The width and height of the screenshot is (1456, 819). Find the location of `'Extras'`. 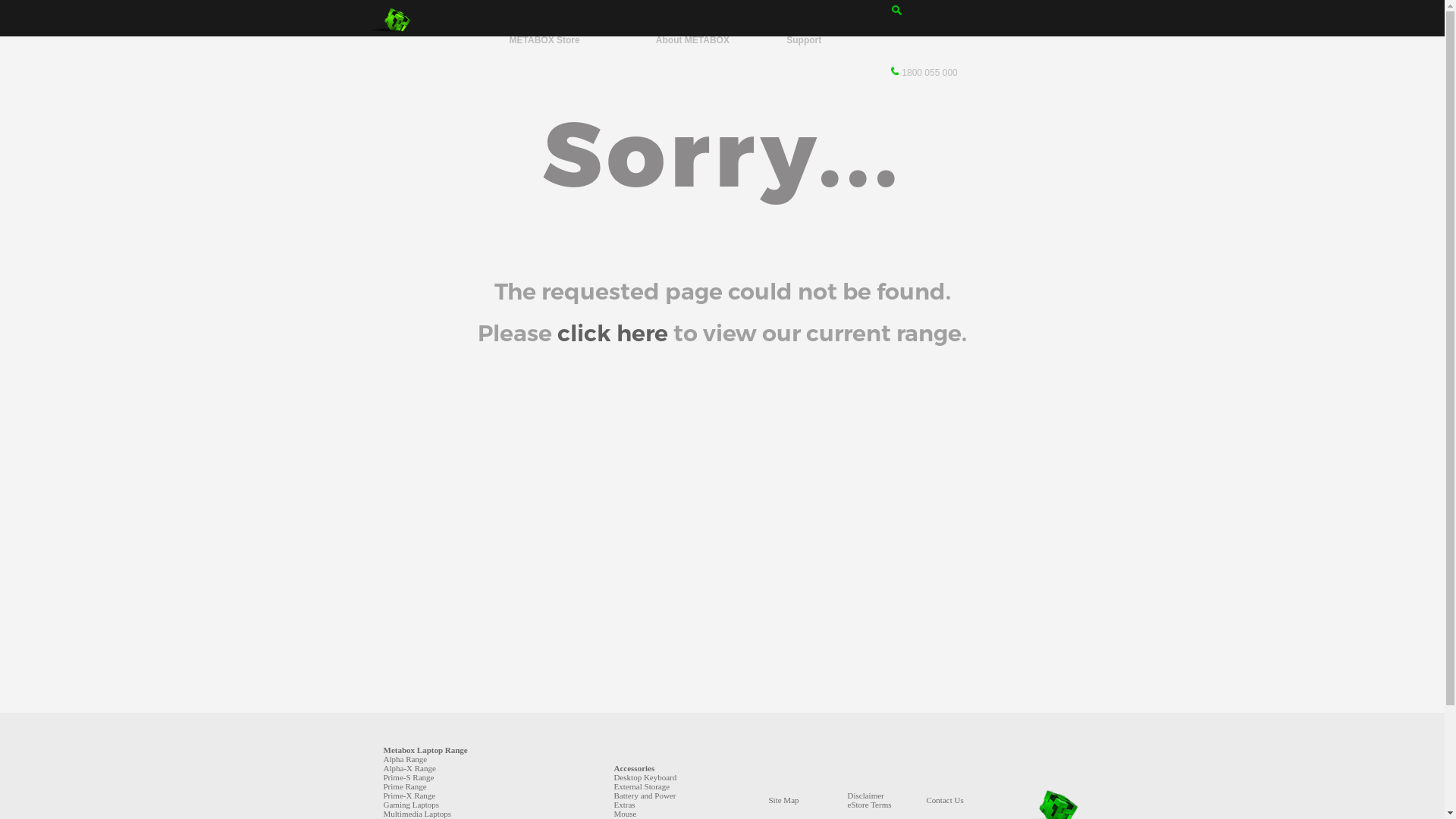

'Extras' is located at coordinates (614, 803).